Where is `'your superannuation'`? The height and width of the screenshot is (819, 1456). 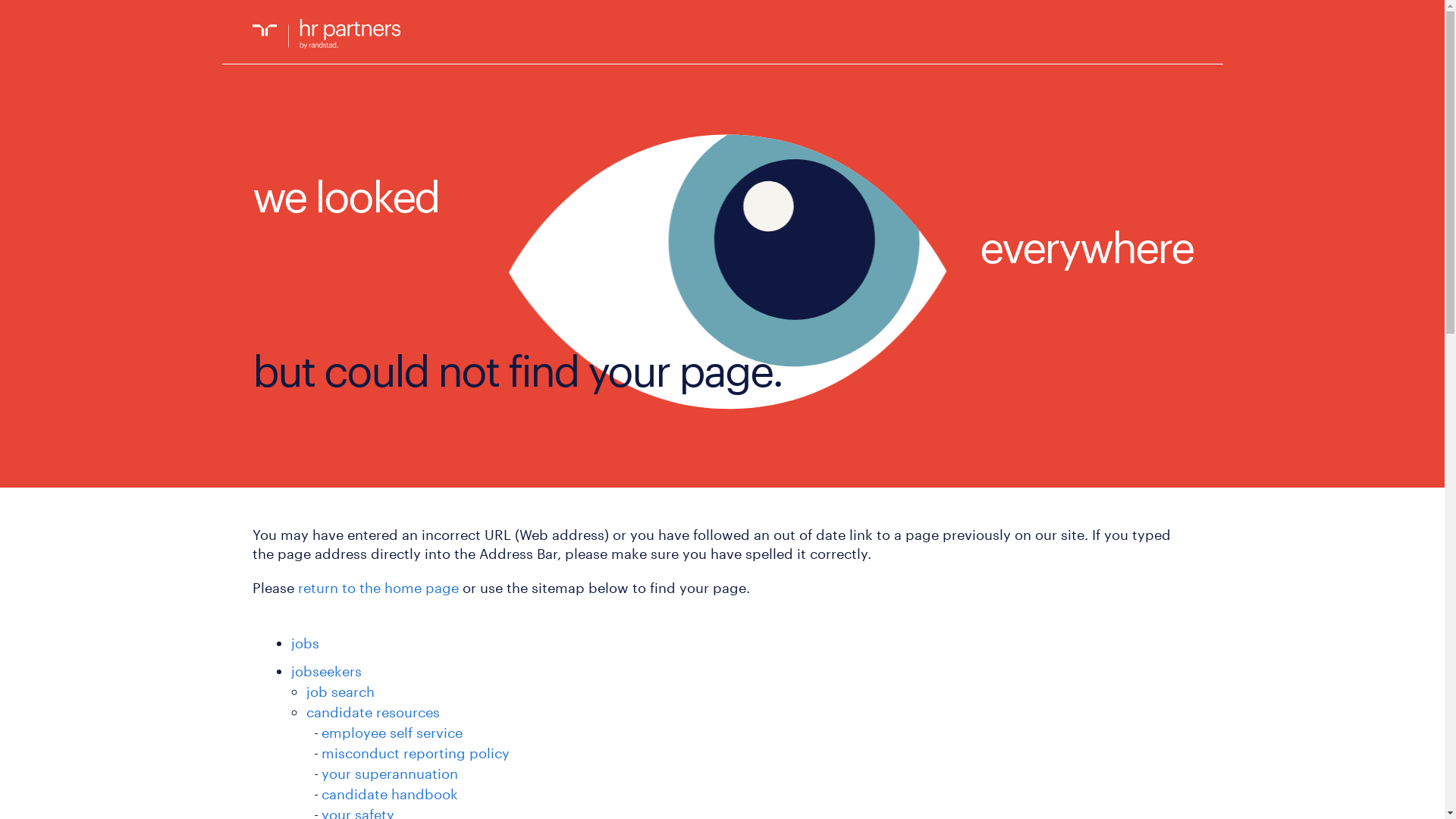
'your superannuation' is located at coordinates (389, 773).